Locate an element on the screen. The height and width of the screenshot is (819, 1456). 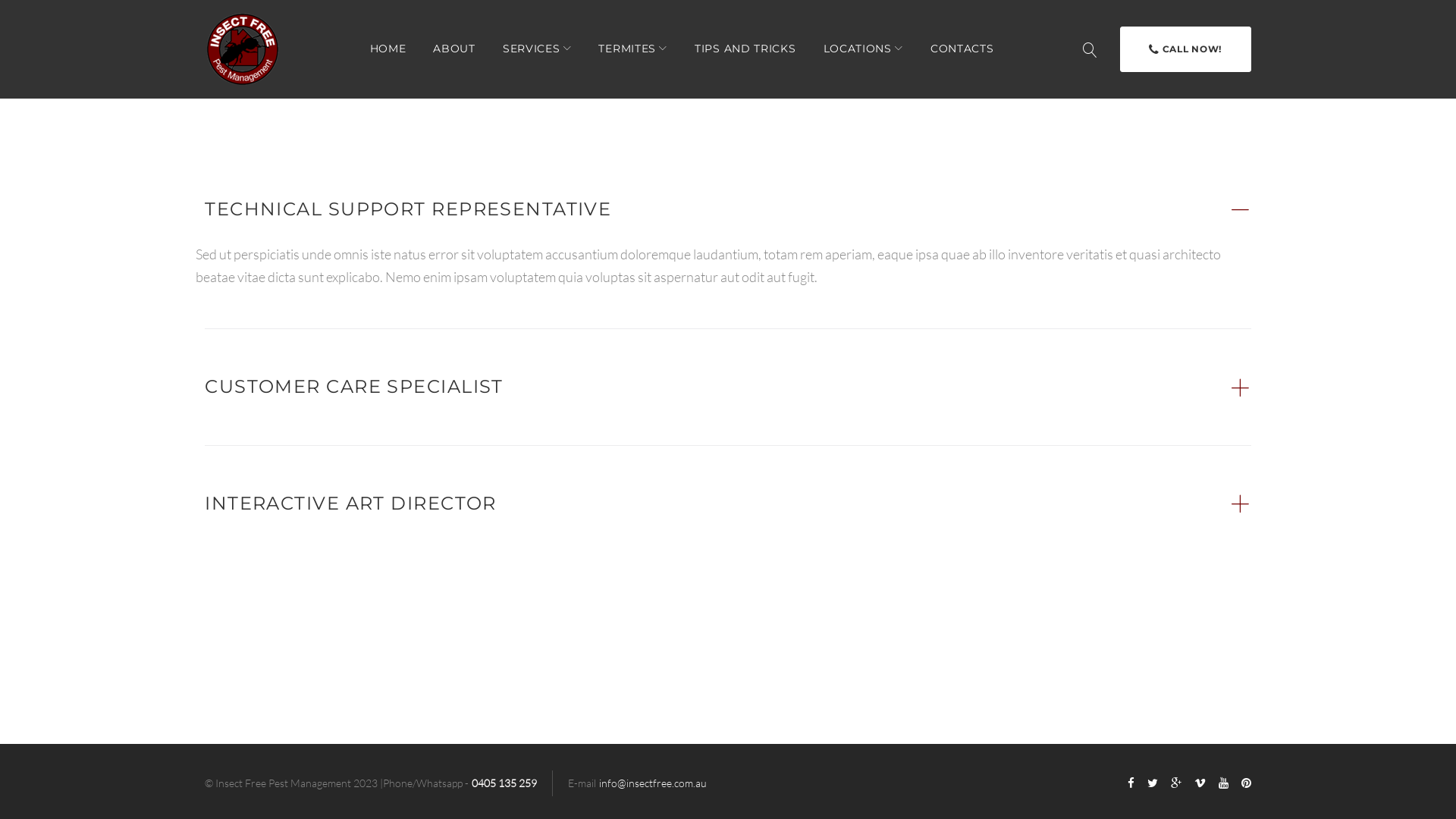
'TERMITES' is located at coordinates (632, 48).